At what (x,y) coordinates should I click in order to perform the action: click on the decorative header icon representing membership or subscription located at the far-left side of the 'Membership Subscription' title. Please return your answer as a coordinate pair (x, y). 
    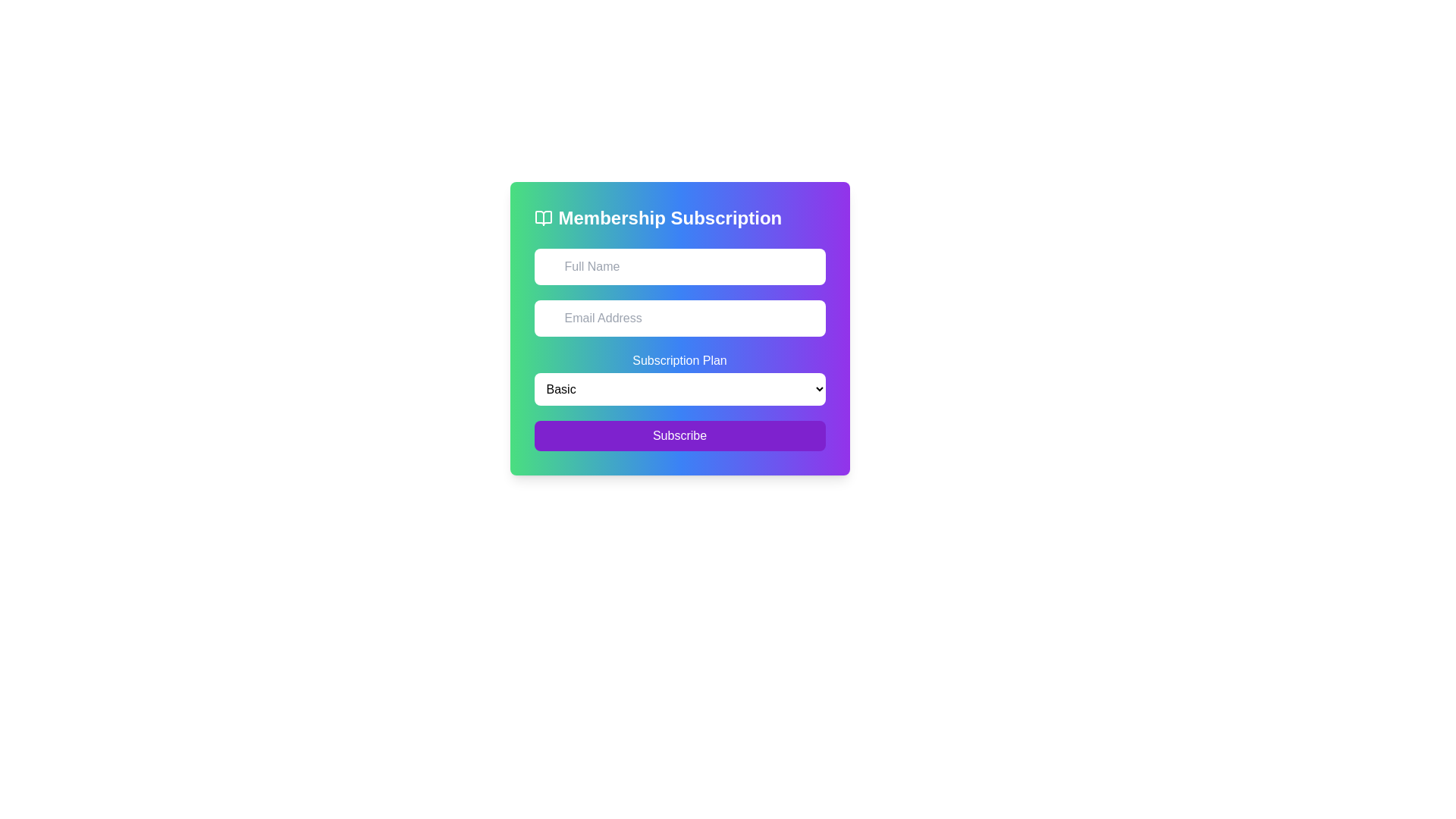
    Looking at the image, I should click on (543, 218).